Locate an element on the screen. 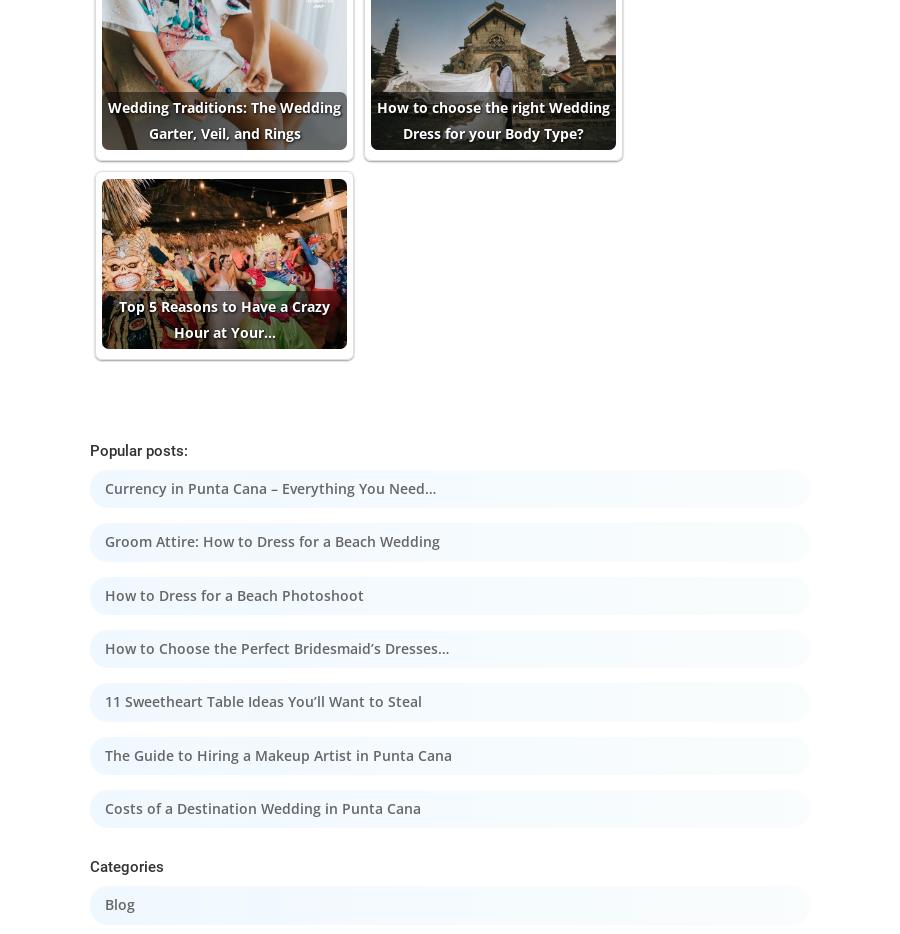  'The Guide to Hiring a Makeup Artist in Punta Cana' is located at coordinates (277, 754).